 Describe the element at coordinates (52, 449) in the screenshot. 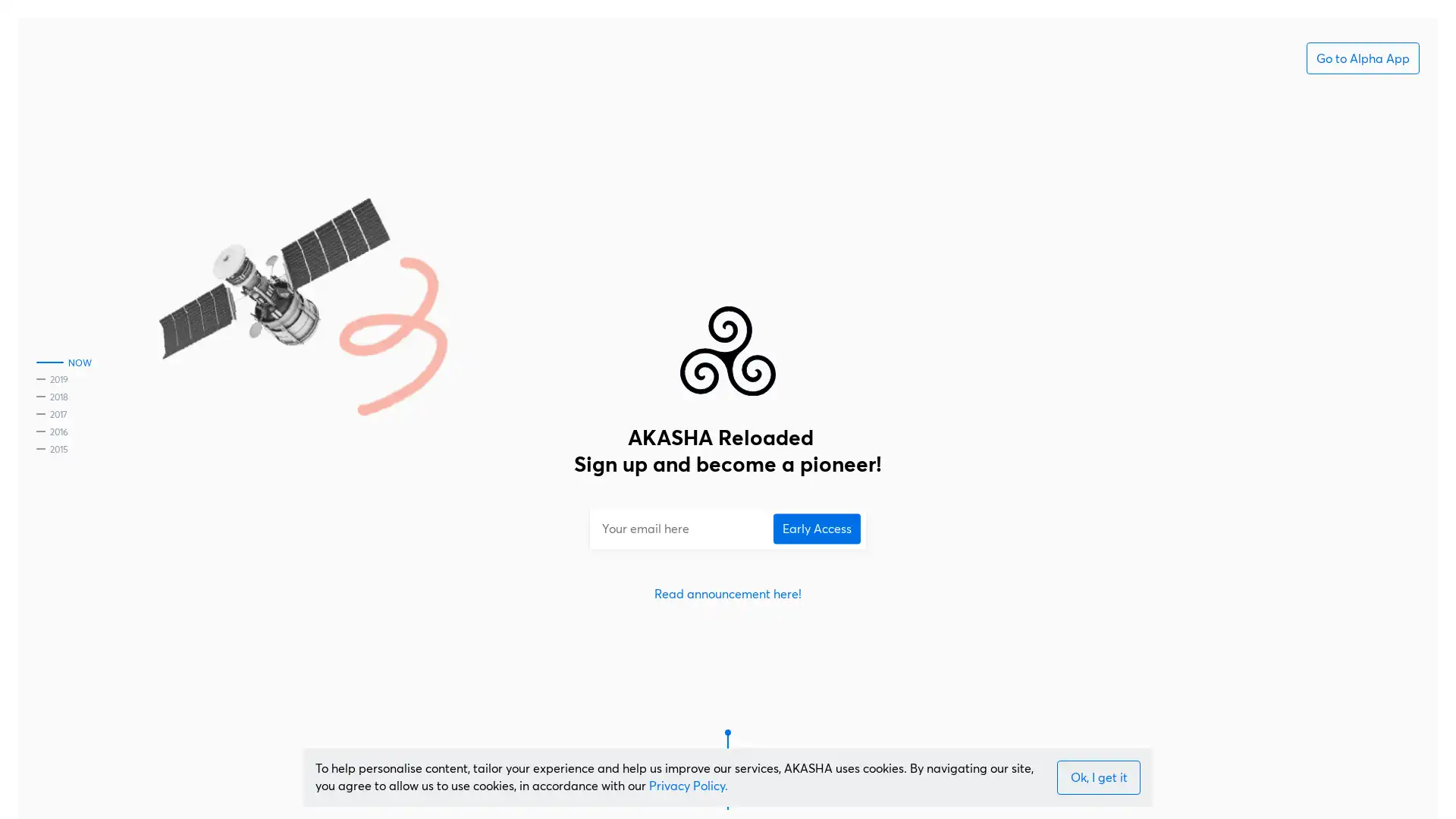

I see `2015` at that location.